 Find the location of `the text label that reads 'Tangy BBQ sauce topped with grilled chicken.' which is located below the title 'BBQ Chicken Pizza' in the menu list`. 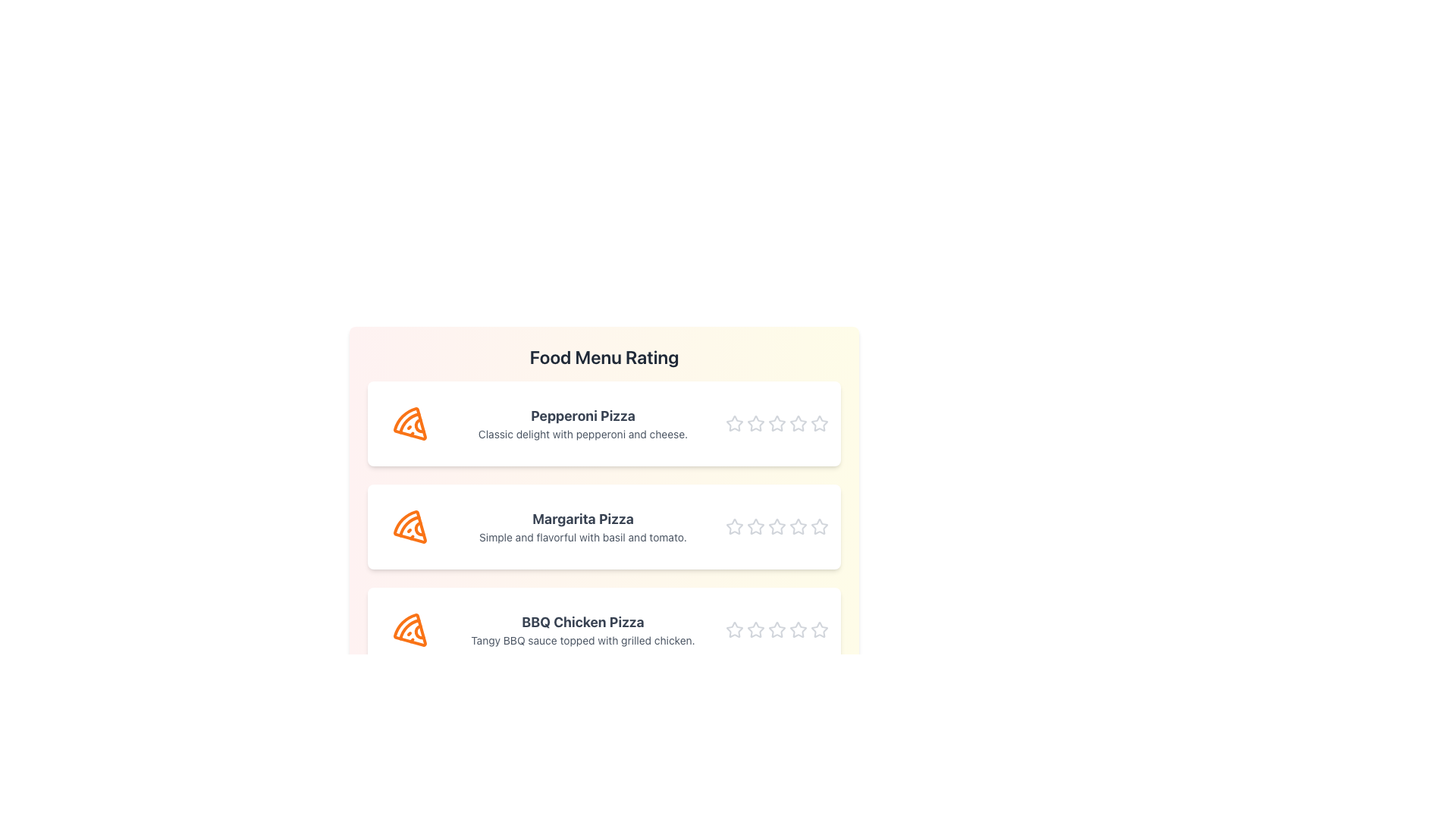

the text label that reads 'Tangy BBQ sauce topped with grilled chicken.' which is located below the title 'BBQ Chicken Pizza' in the menu list is located at coordinates (582, 640).